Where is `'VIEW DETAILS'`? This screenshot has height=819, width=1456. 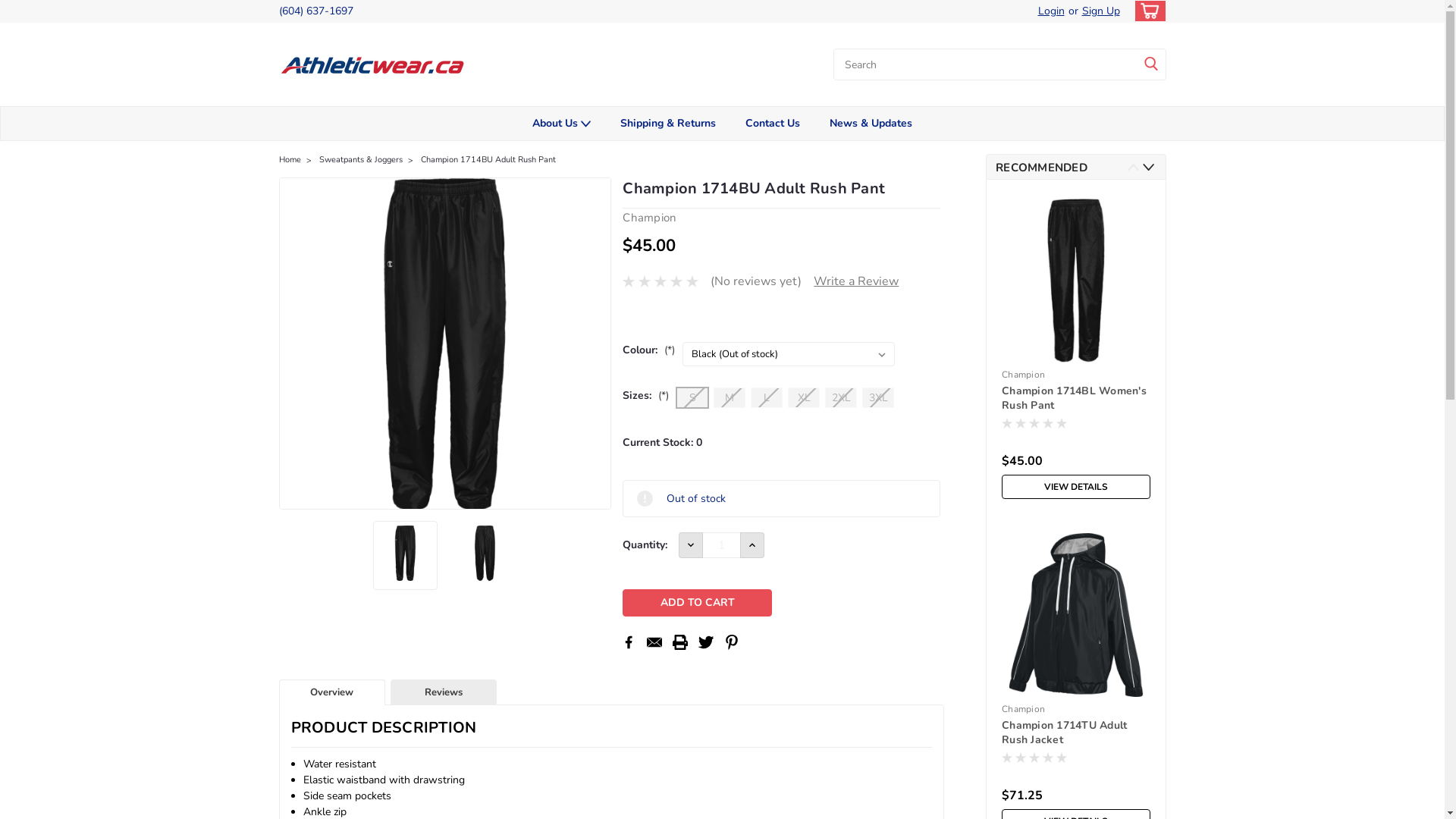
'VIEW DETAILS' is located at coordinates (1075, 486).